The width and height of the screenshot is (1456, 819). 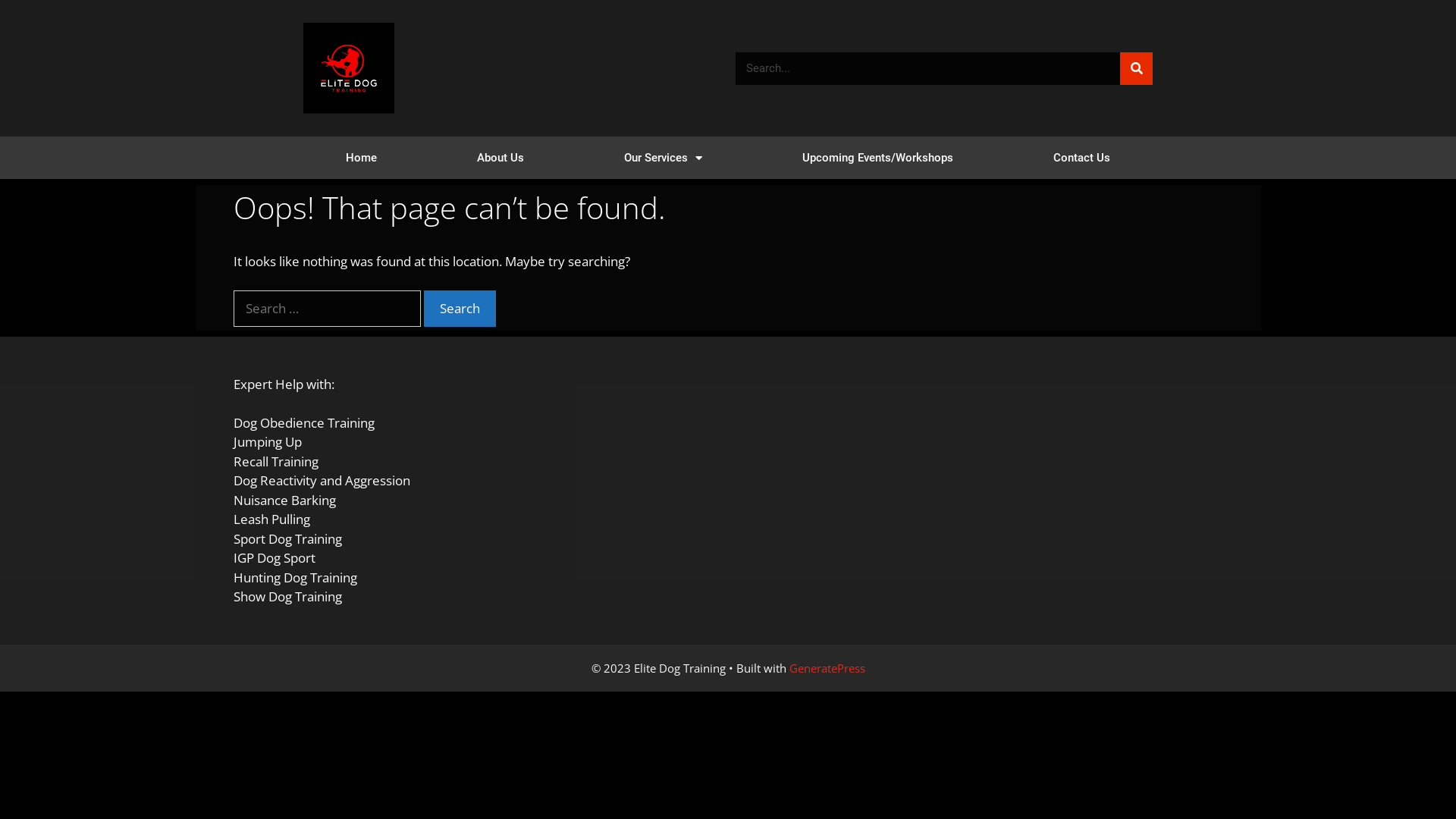 What do you see at coordinates (663, 158) in the screenshot?
I see `'Our Services'` at bounding box center [663, 158].